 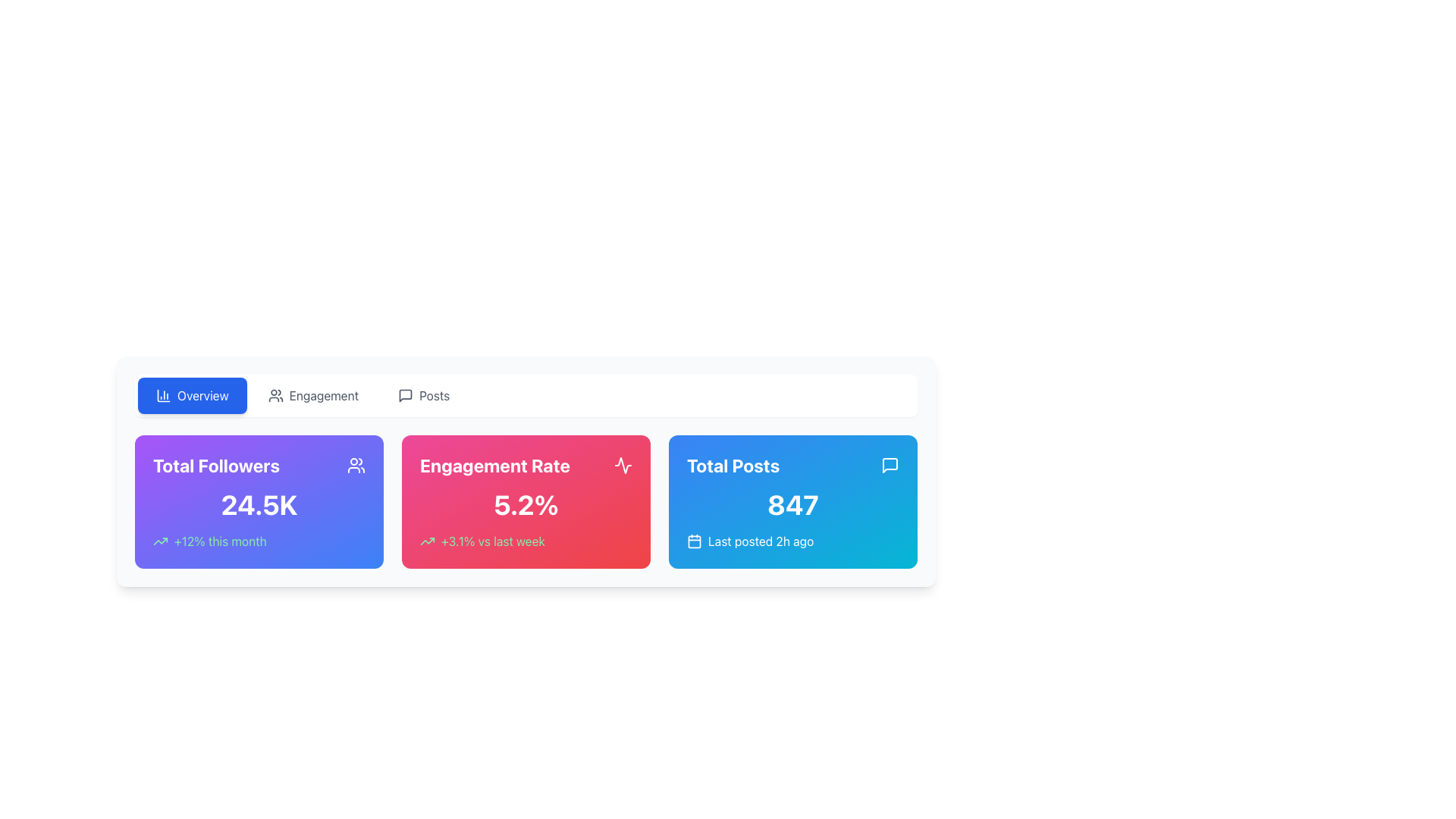 What do you see at coordinates (164, 394) in the screenshot?
I see `the 'Overview' button, which contains the icon that visually represents its concept, located on the far left of the navigation area at the top of the interface` at bounding box center [164, 394].